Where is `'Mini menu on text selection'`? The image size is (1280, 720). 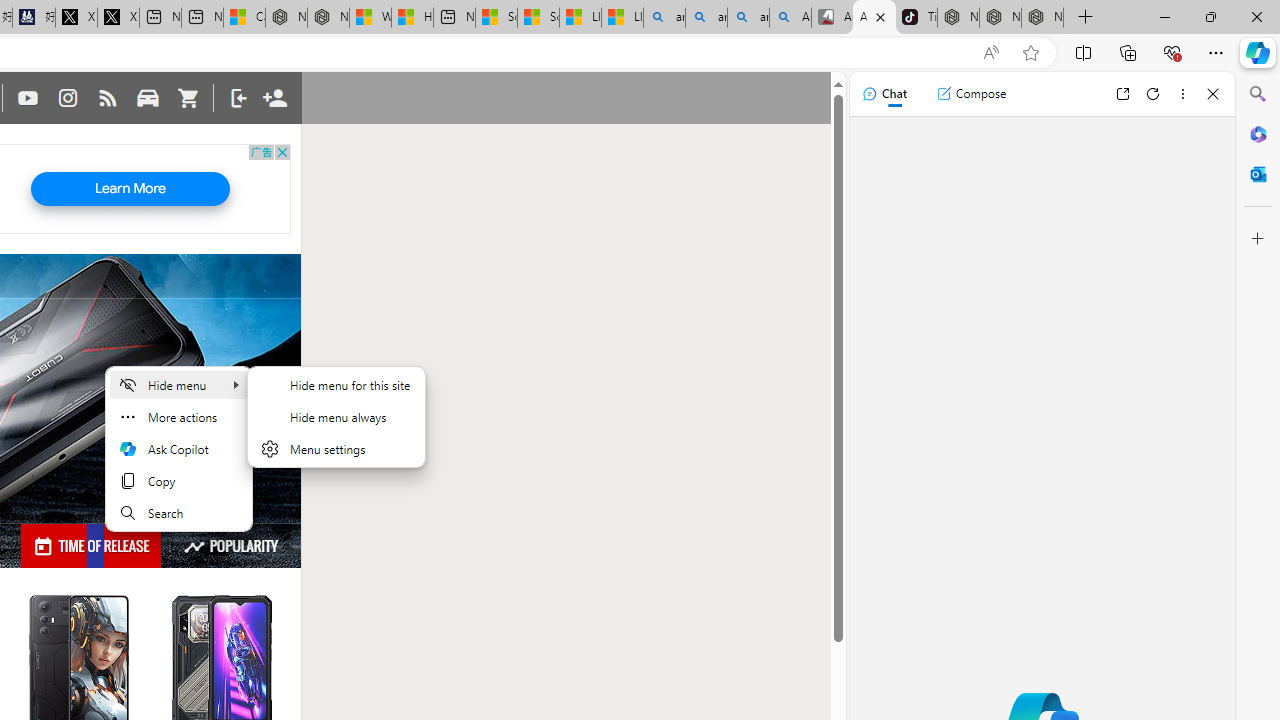
'Mini menu on text selection' is located at coordinates (179, 460).